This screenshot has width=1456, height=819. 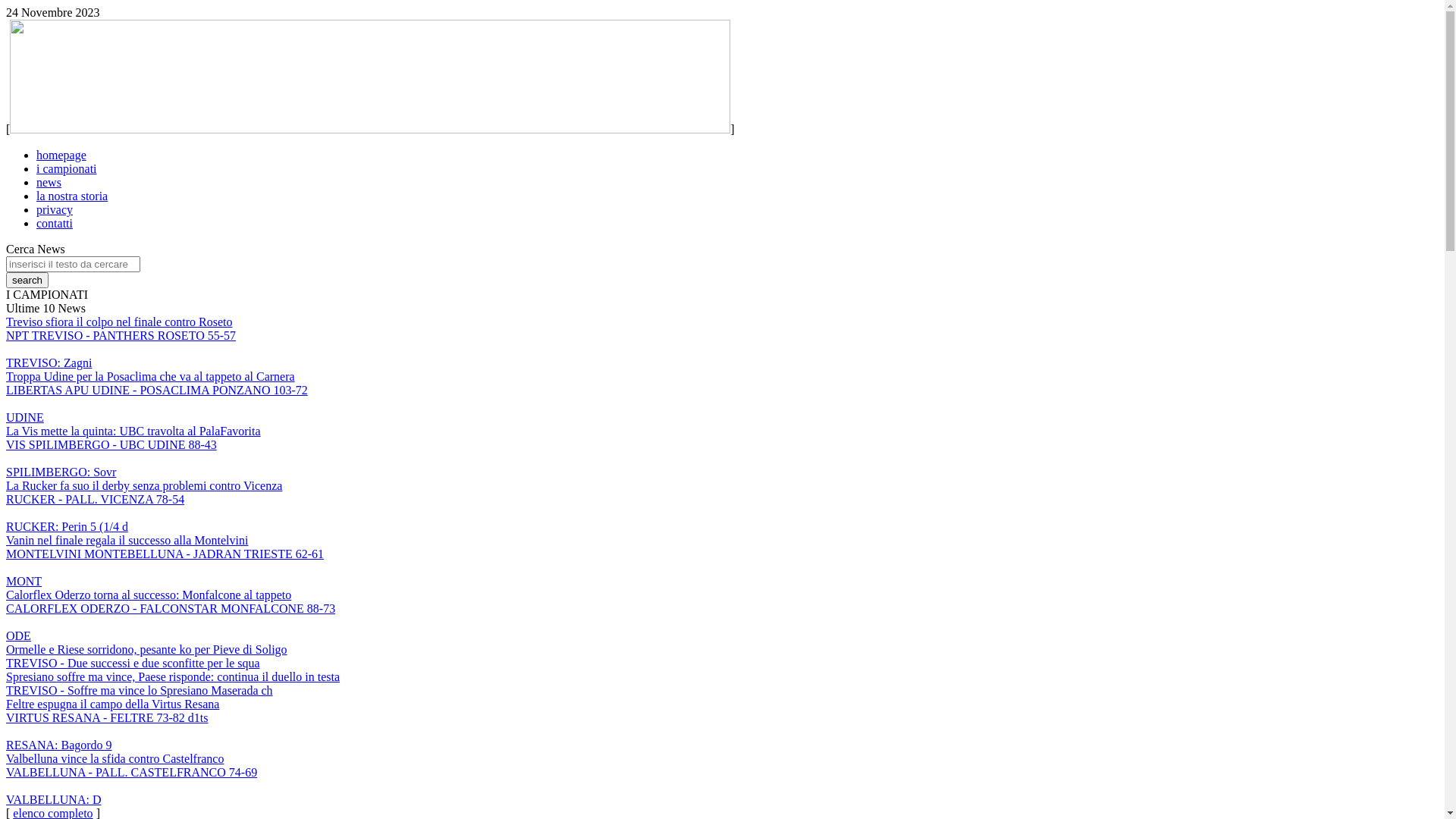 I want to click on 'i campionati', so click(x=65, y=168).